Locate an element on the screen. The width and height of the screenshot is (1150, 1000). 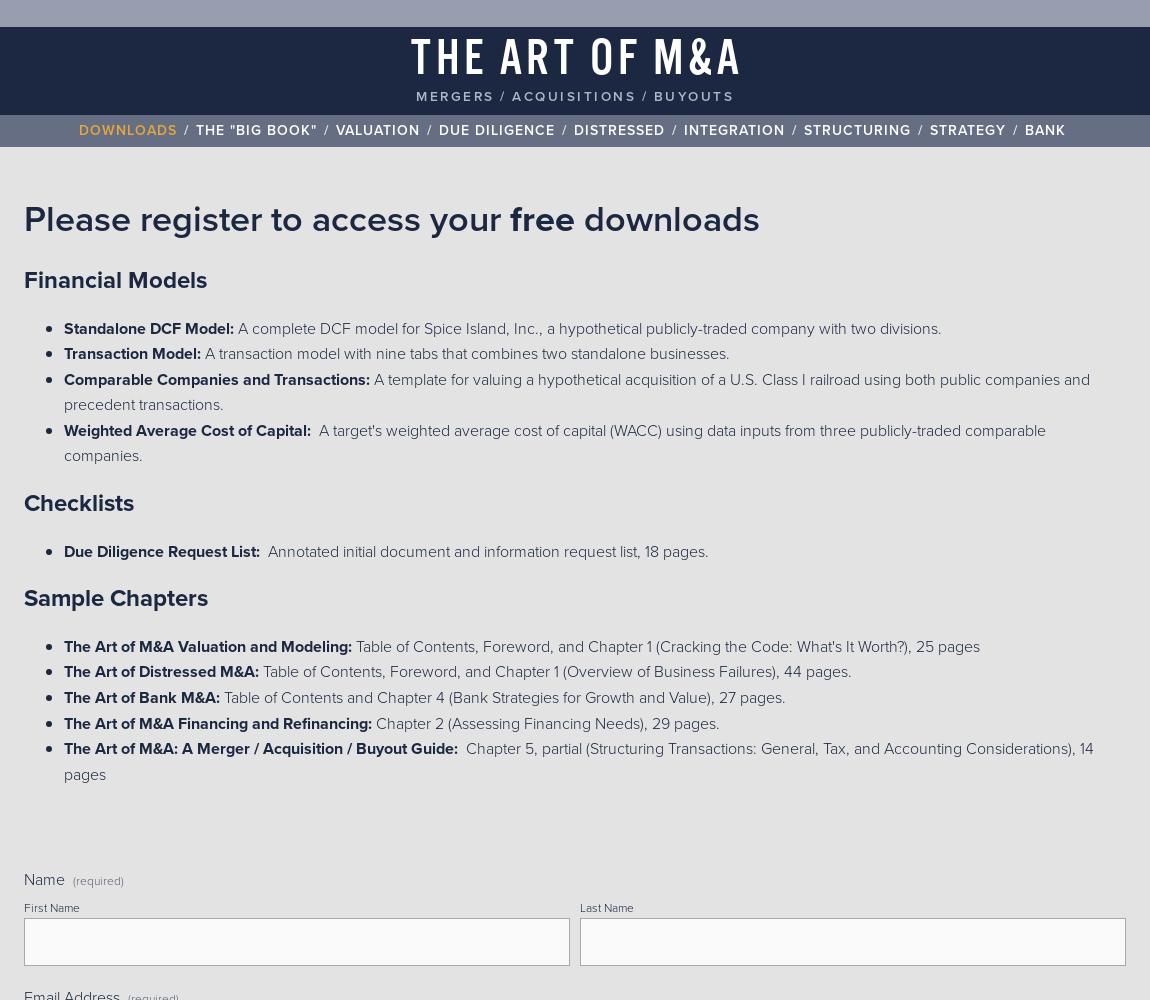
'Distressed' is located at coordinates (573, 129).